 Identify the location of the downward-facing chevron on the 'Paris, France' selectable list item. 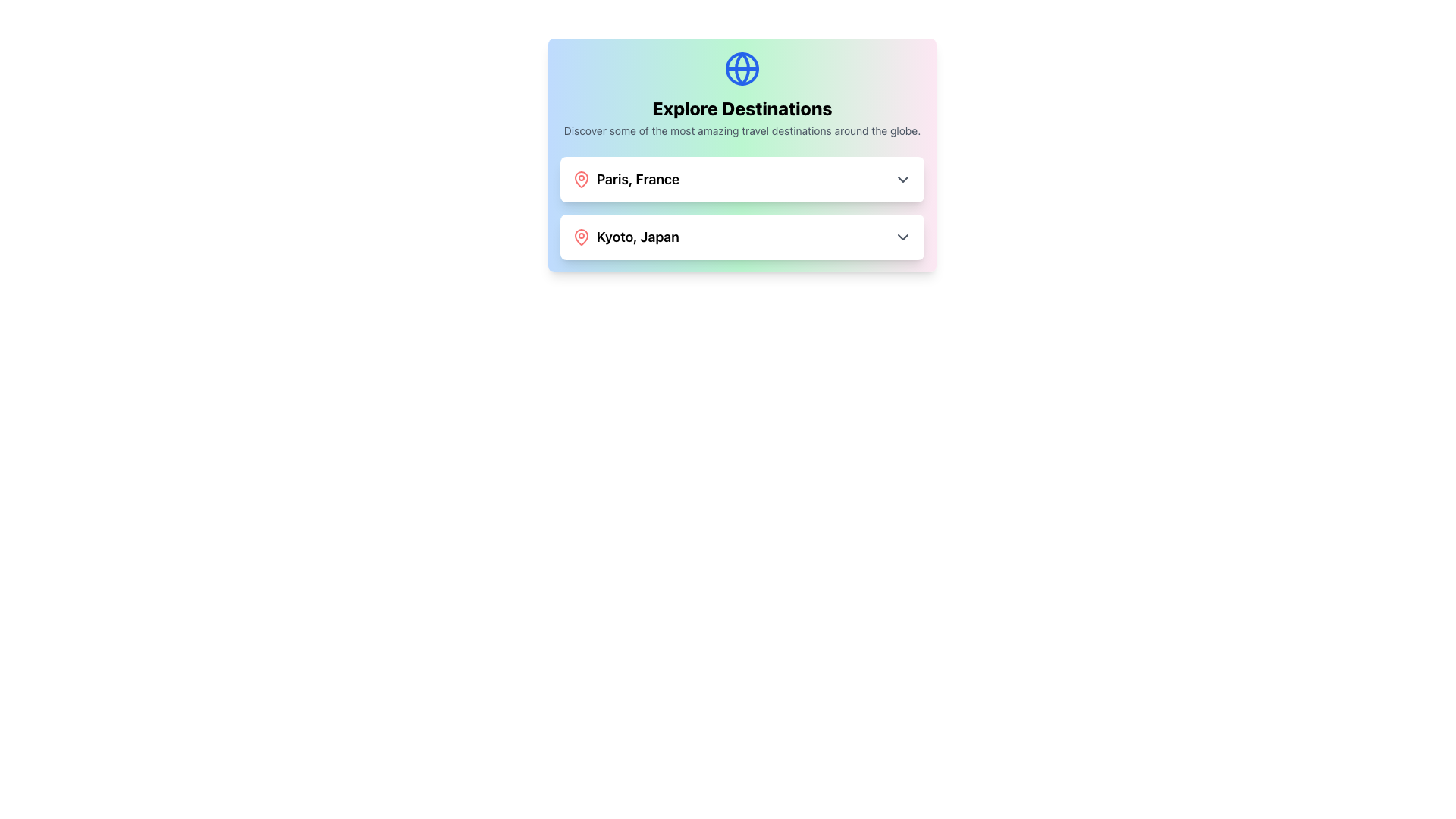
(742, 178).